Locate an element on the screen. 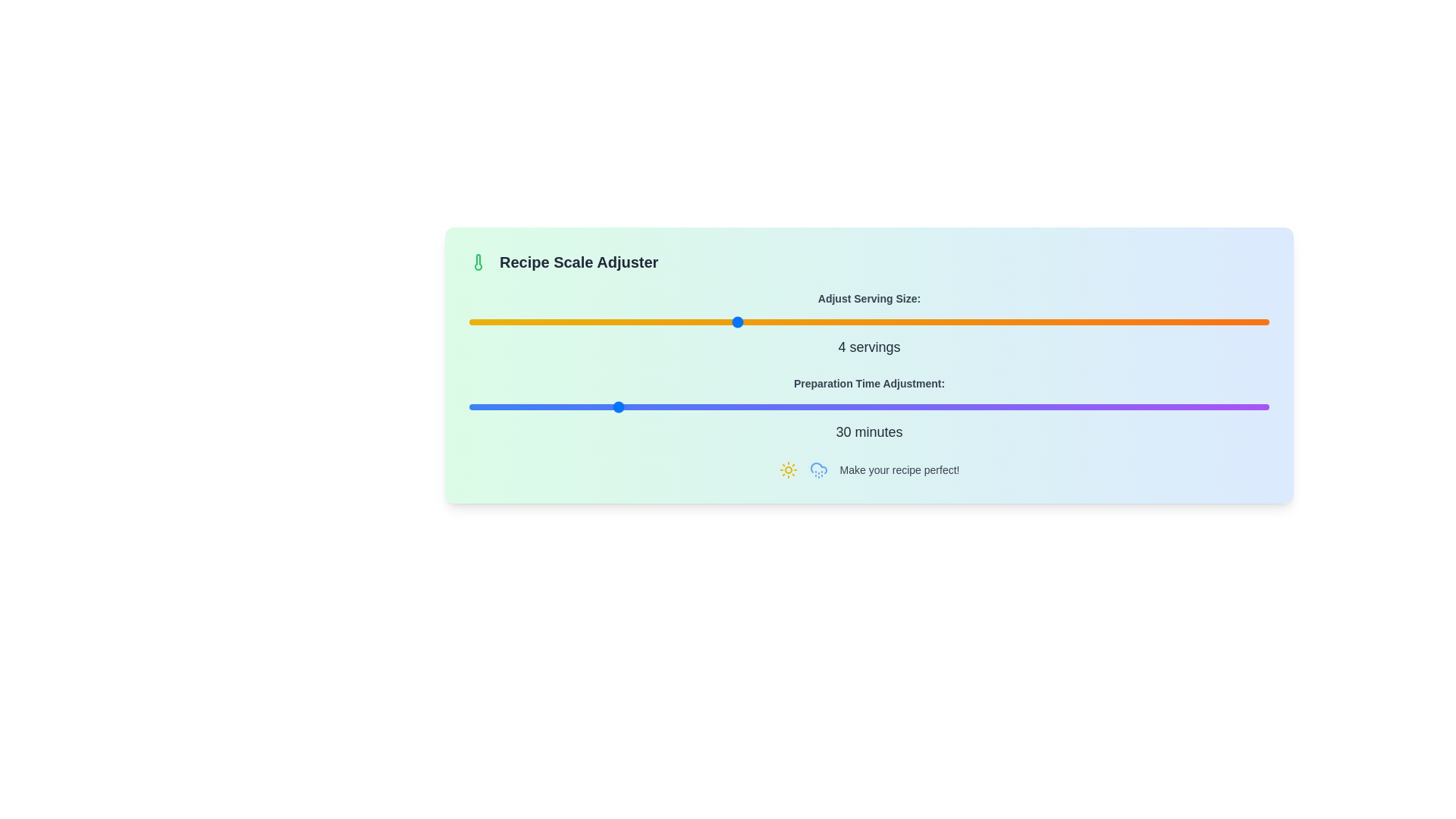 This screenshot has height=819, width=1456. the temperature or scale adjustment icon located to the left of the 'Recipe Scale Adjuster' text is located at coordinates (477, 262).